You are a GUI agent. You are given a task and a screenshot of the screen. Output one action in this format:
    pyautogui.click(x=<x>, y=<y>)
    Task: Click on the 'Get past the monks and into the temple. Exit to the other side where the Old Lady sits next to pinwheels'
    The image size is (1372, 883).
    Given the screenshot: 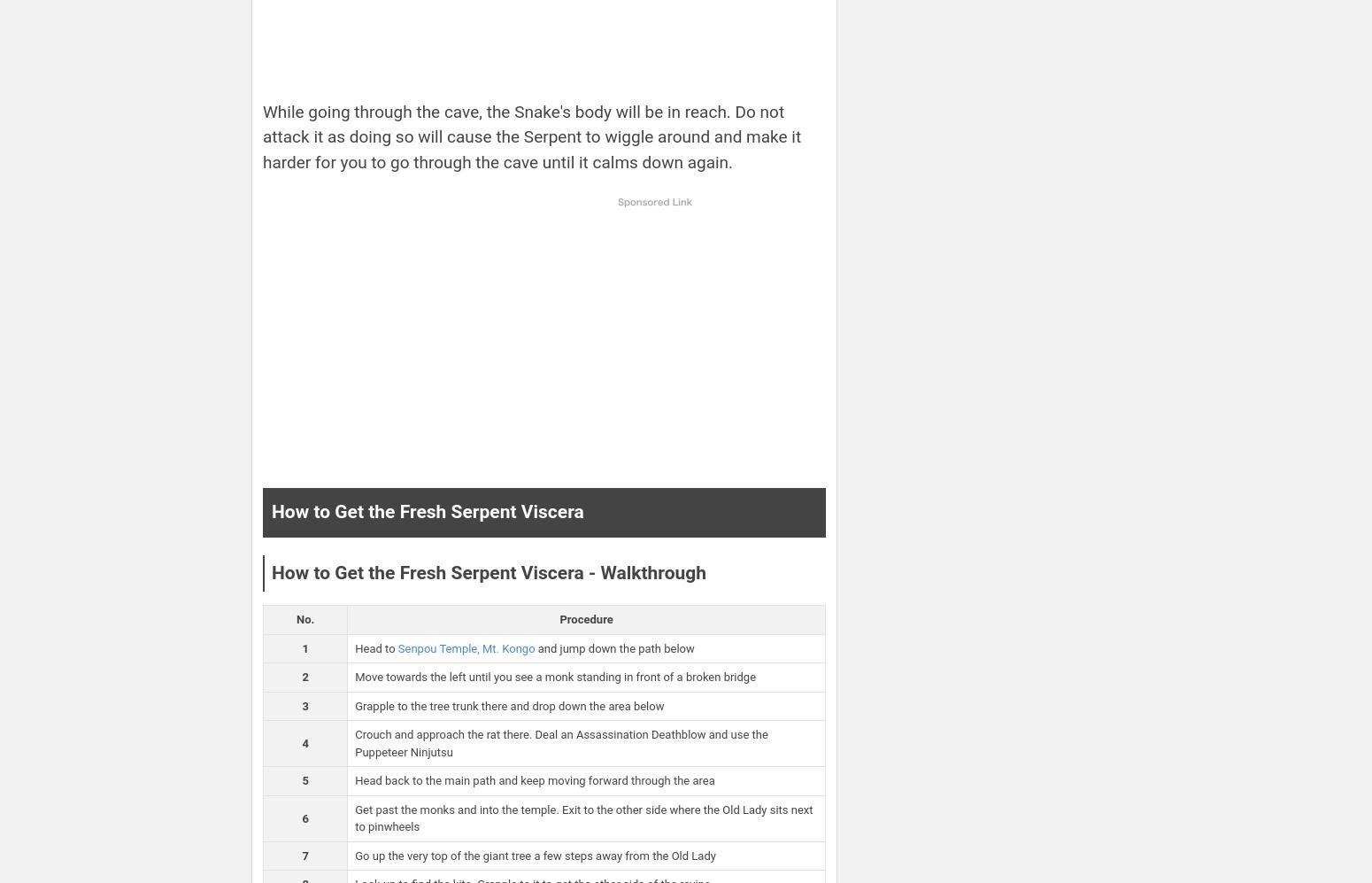 What is the action you would take?
    pyautogui.click(x=582, y=817)
    